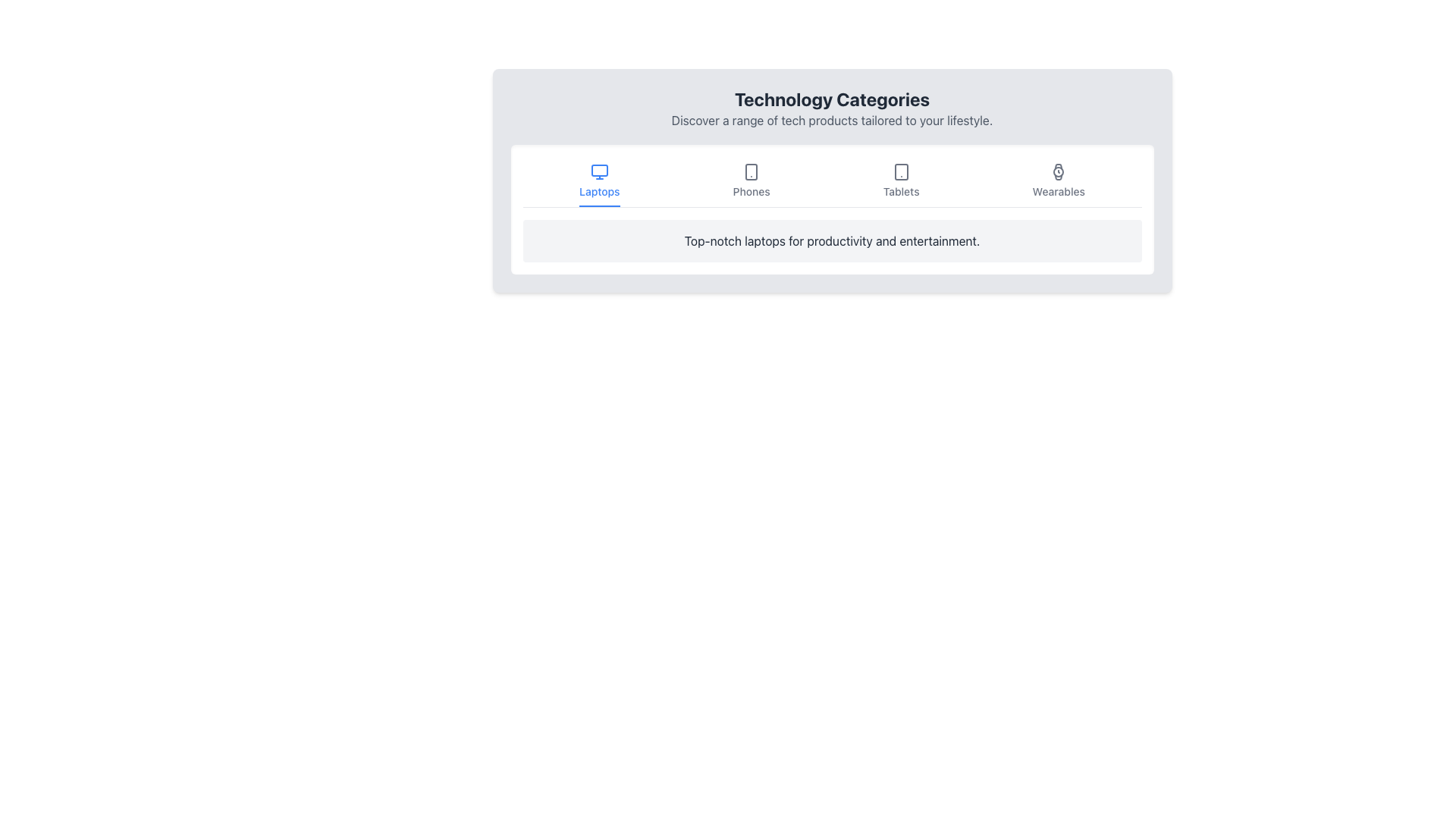  Describe the element at coordinates (901, 171) in the screenshot. I see `the tablet icon represented by a rectangle with rounded corners in the 'Tablets' category menu` at that location.